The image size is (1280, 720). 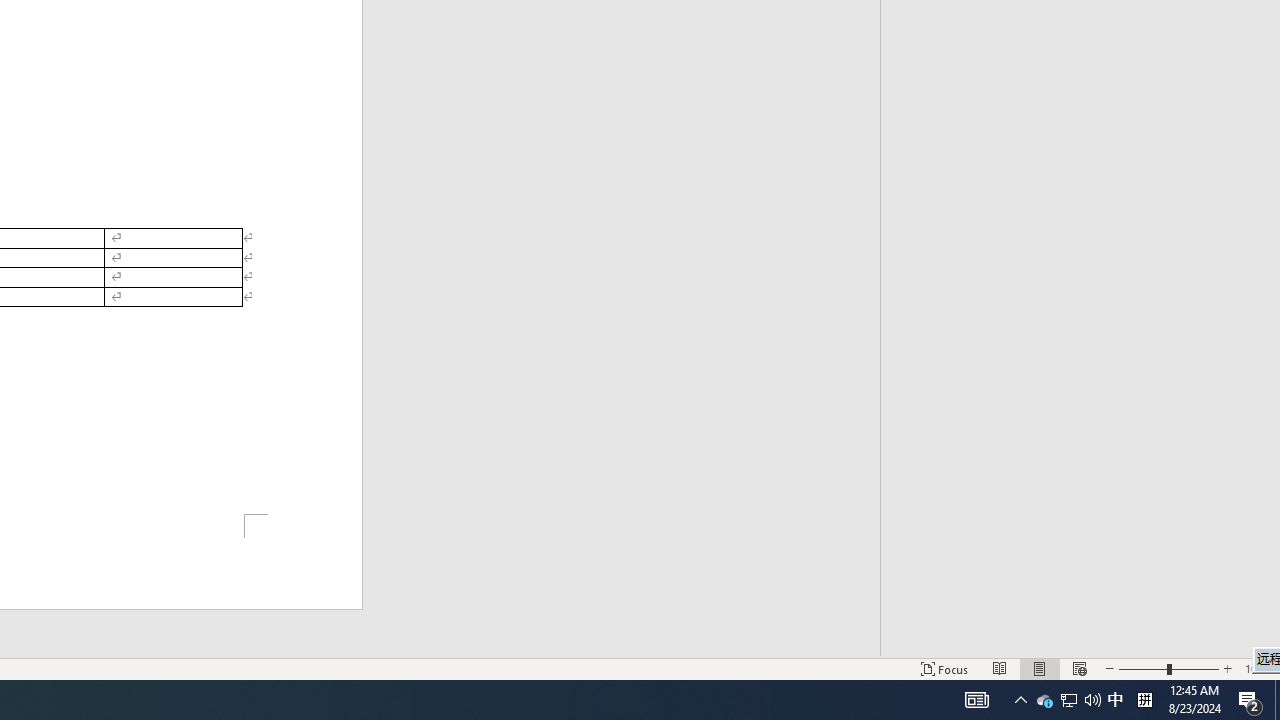 What do you see at coordinates (1257, 669) in the screenshot?
I see `'Zoom 100%'` at bounding box center [1257, 669].